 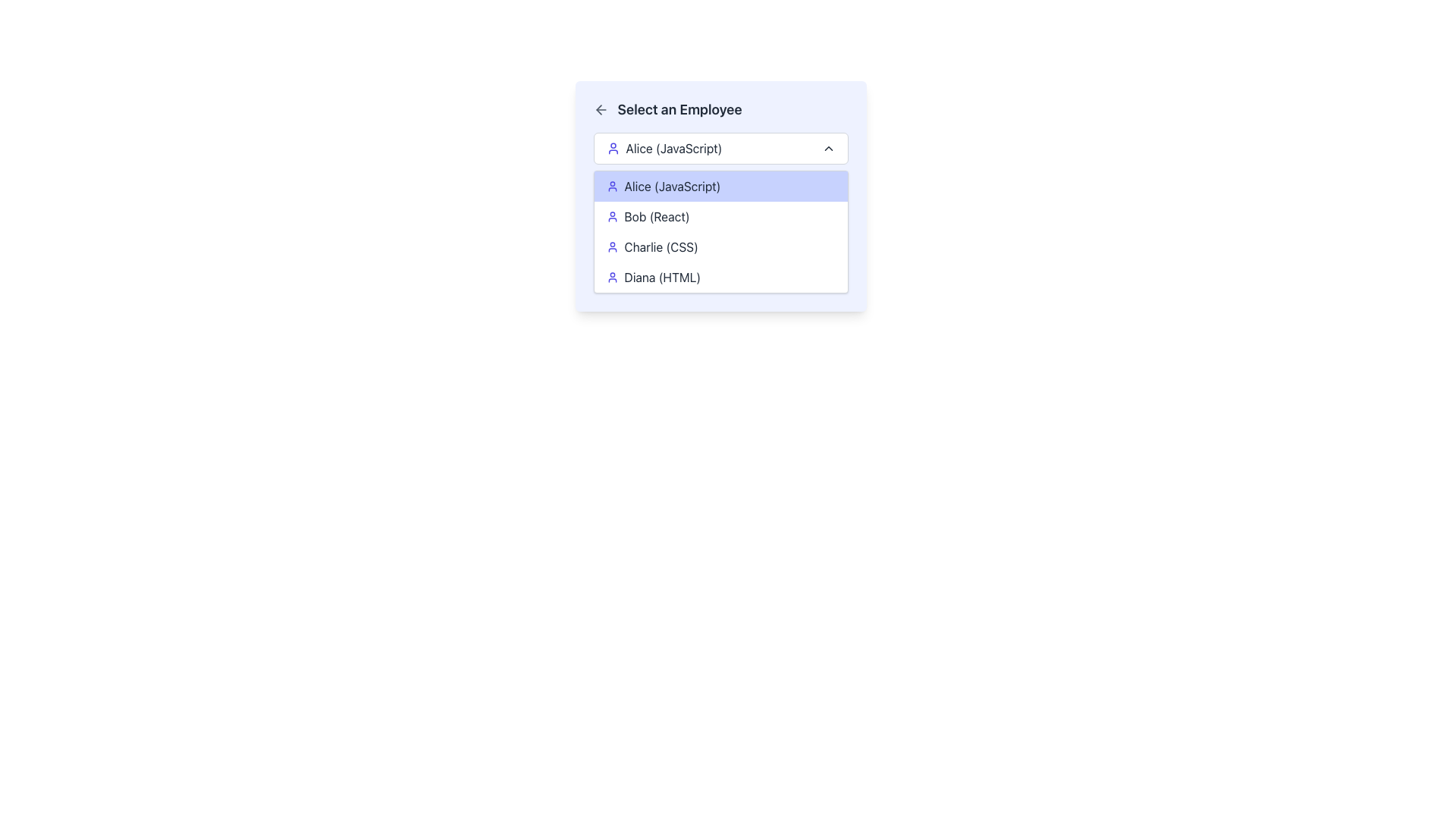 What do you see at coordinates (720, 216) in the screenshot?
I see `the list item displaying 'Bob (React)' in the dropdown menu titled 'Select an Employee'` at bounding box center [720, 216].